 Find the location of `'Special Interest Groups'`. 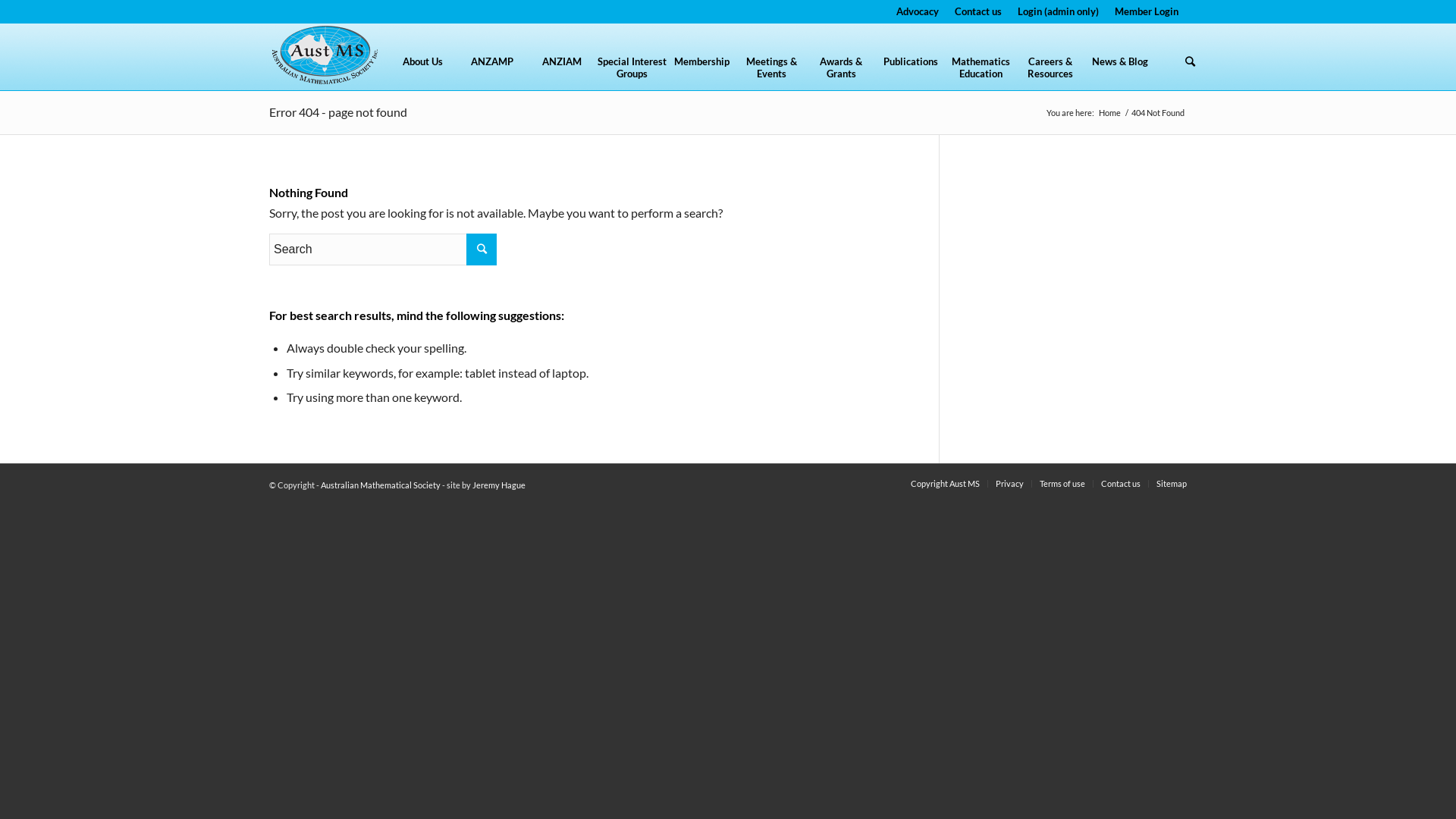

'Special Interest Groups' is located at coordinates (632, 72).